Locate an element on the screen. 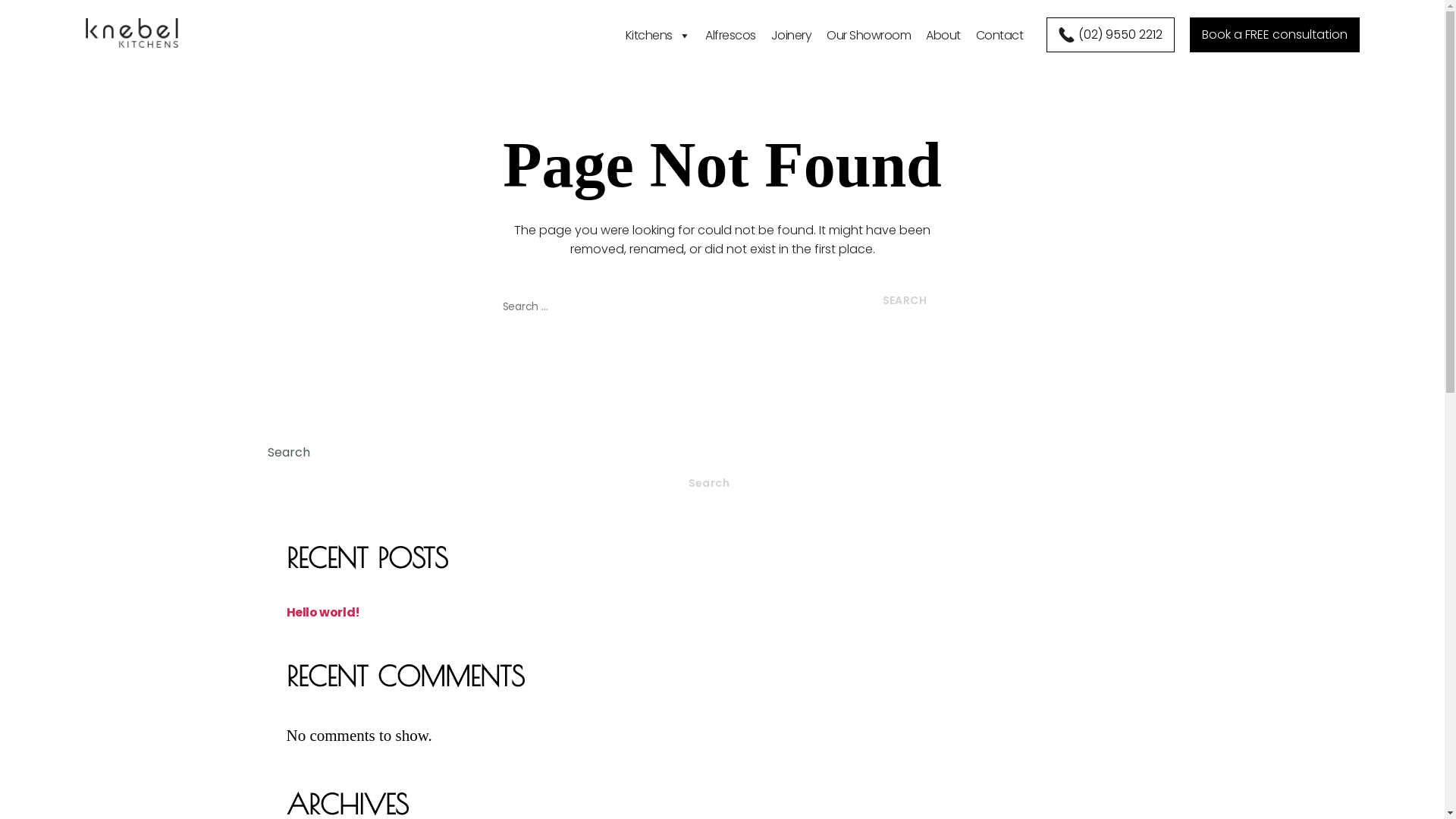 The width and height of the screenshot is (1456, 819). 'Hello world!' is located at coordinates (322, 611).